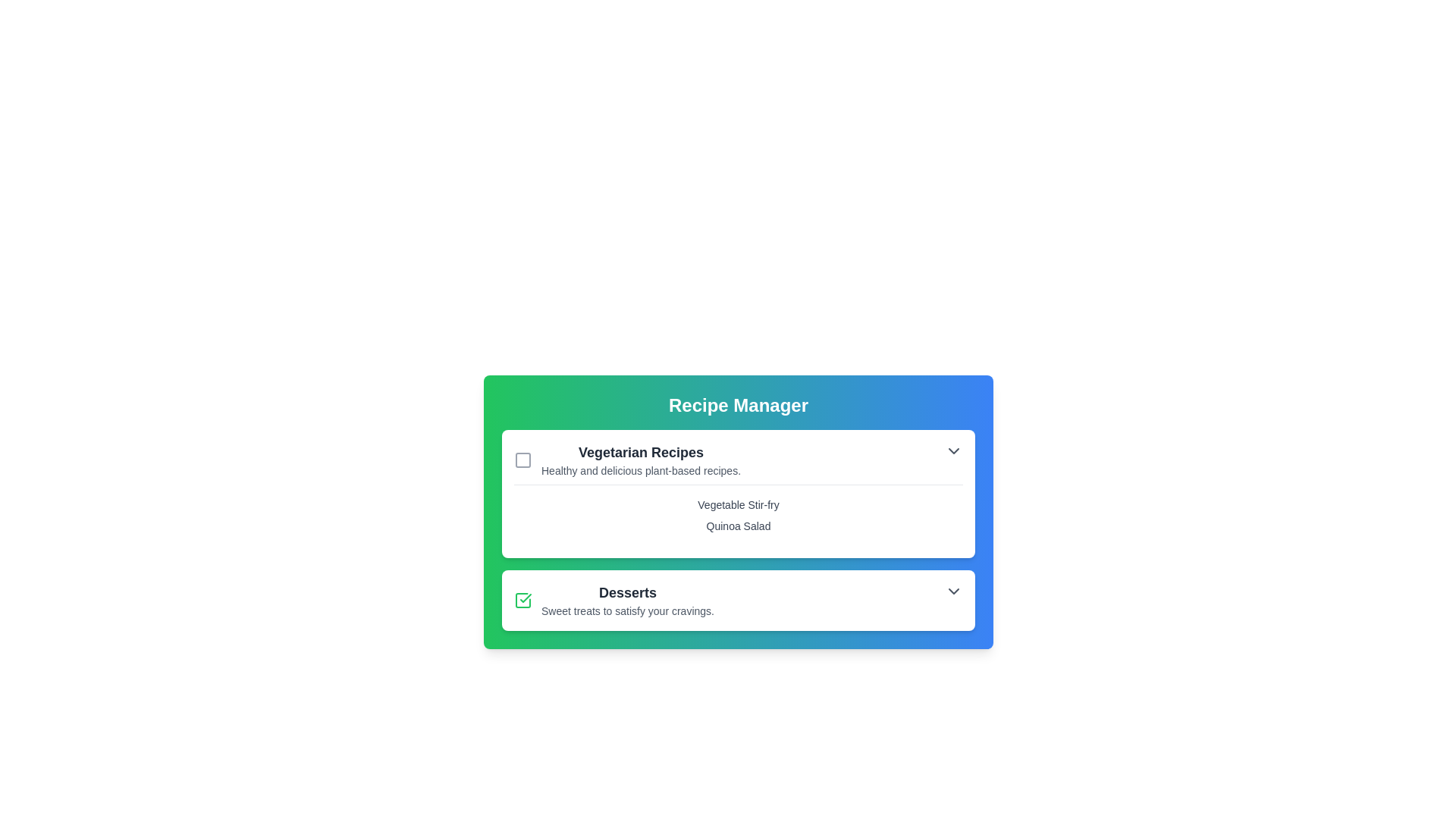  Describe the element at coordinates (523, 599) in the screenshot. I see `the green checkbox indicating a selected state for 'Desserts'` at that location.